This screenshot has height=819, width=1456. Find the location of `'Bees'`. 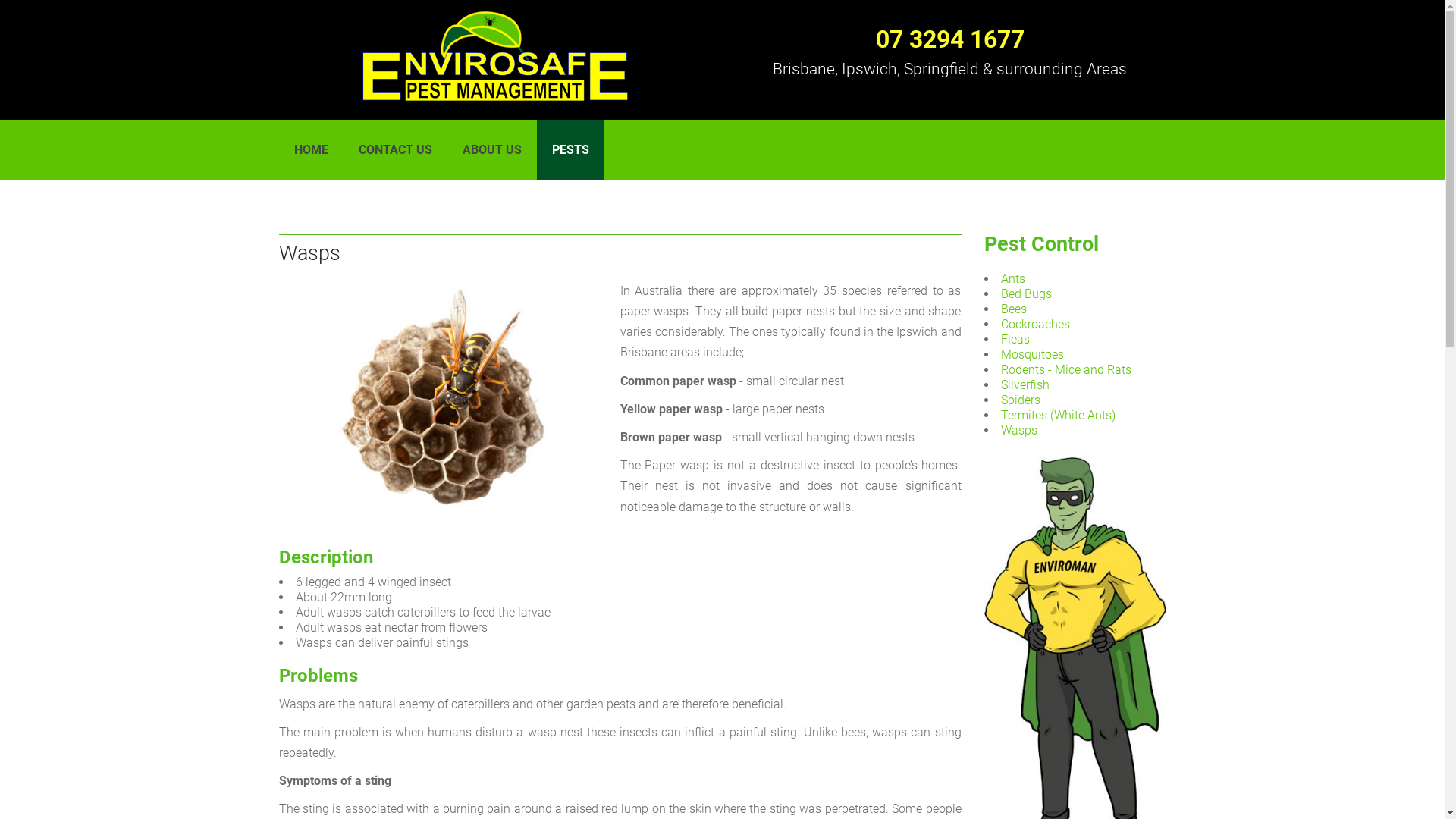

'Bees' is located at coordinates (1014, 308).